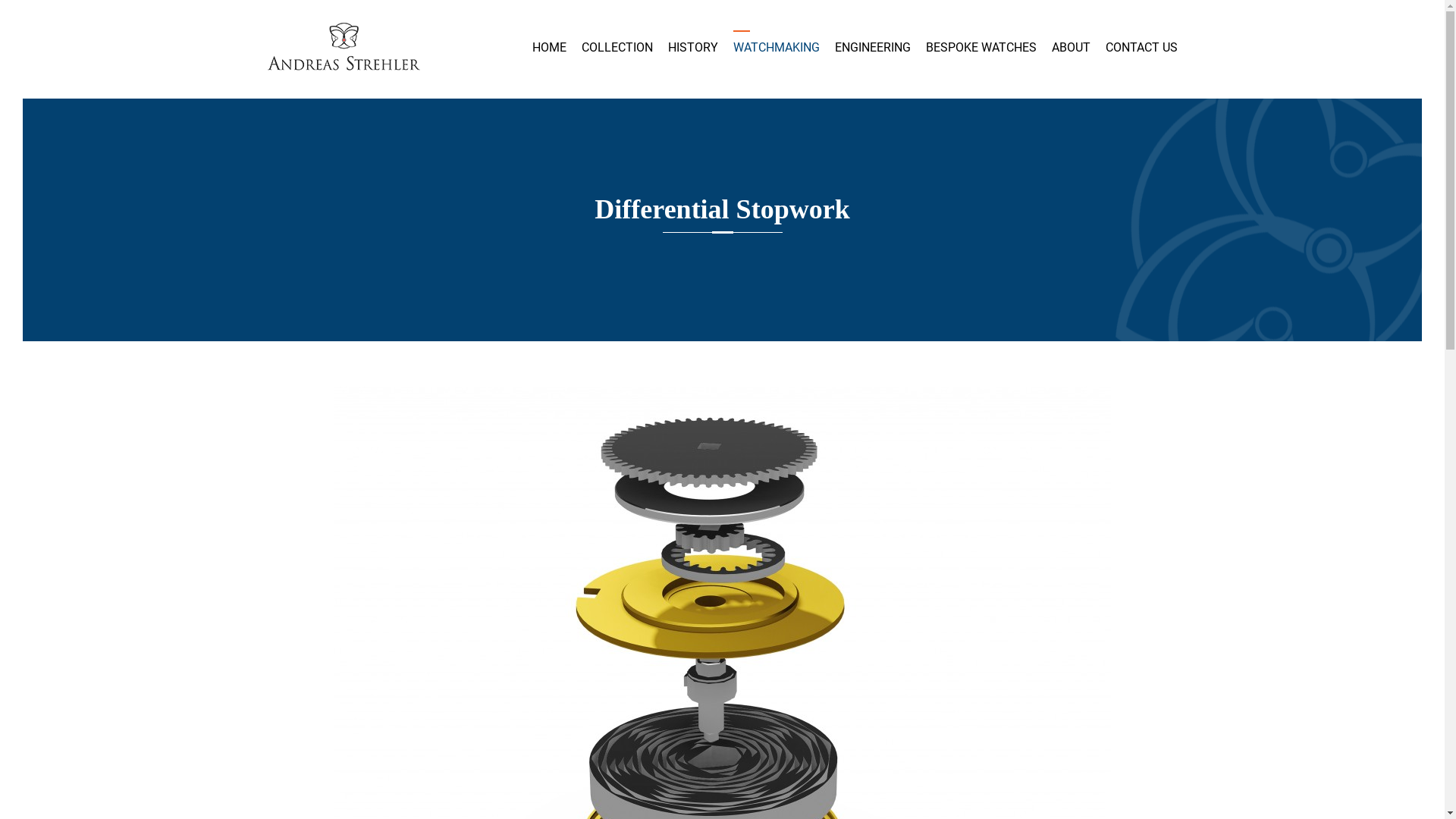 This screenshot has height=819, width=1456. What do you see at coordinates (1141, 46) in the screenshot?
I see `'CONTACT US'` at bounding box center [1141, 46].